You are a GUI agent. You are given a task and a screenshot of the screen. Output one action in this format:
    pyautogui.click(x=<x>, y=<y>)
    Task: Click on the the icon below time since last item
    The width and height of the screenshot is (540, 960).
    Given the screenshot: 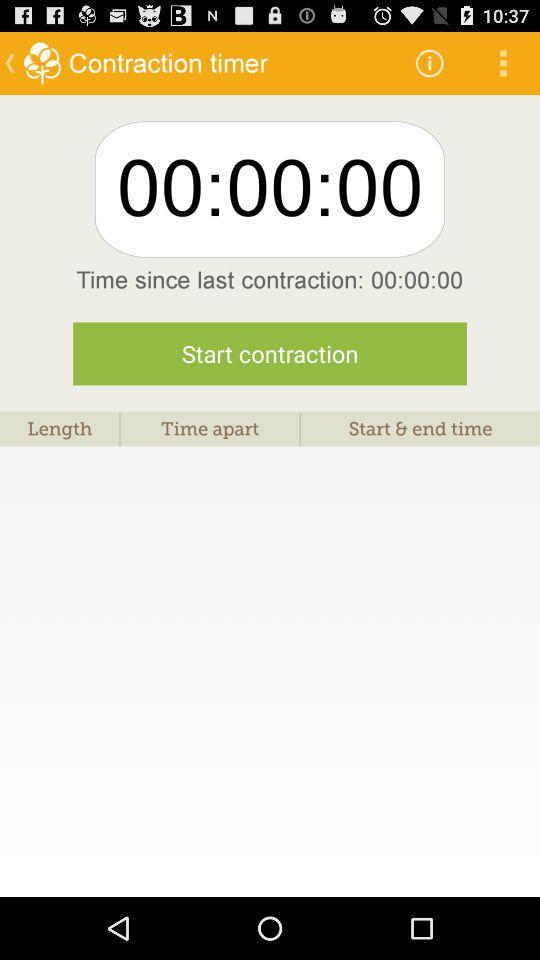 What is the action you would take?
    pyautogui.click(x=270, y=353)
    